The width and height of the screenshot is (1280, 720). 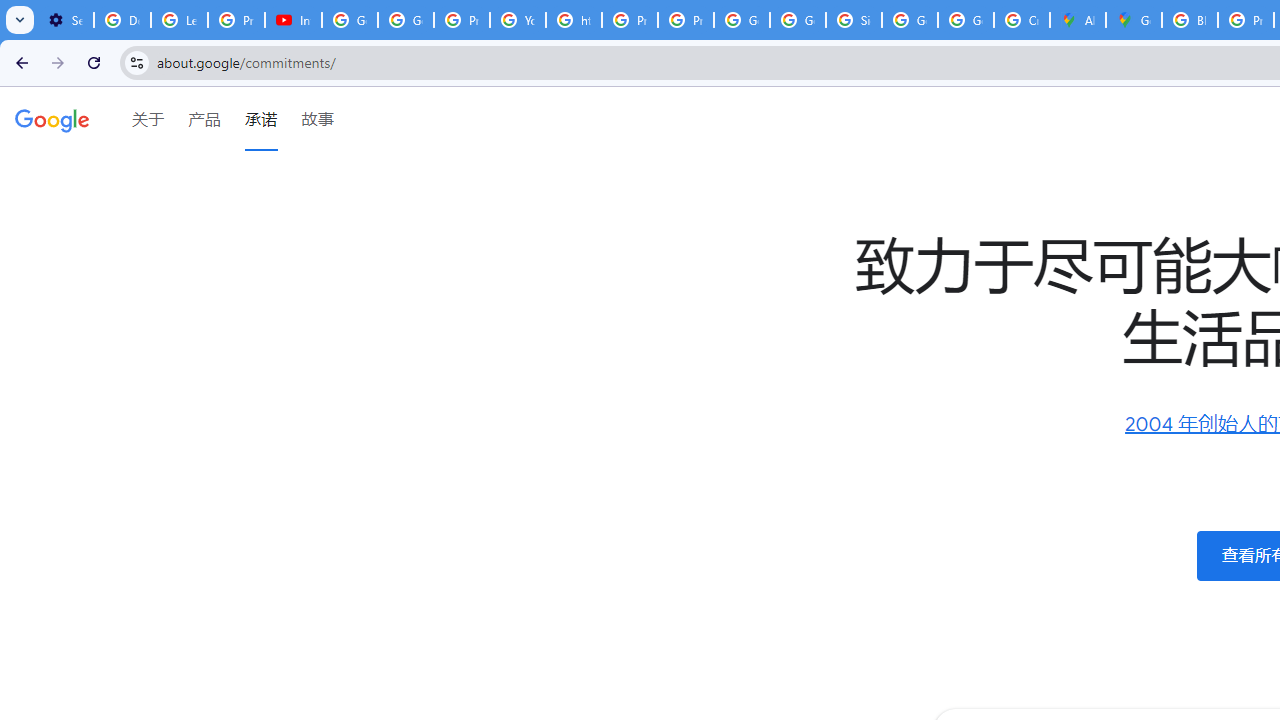 I want to click on 'Google Account Help', so click(x=404, y=20).